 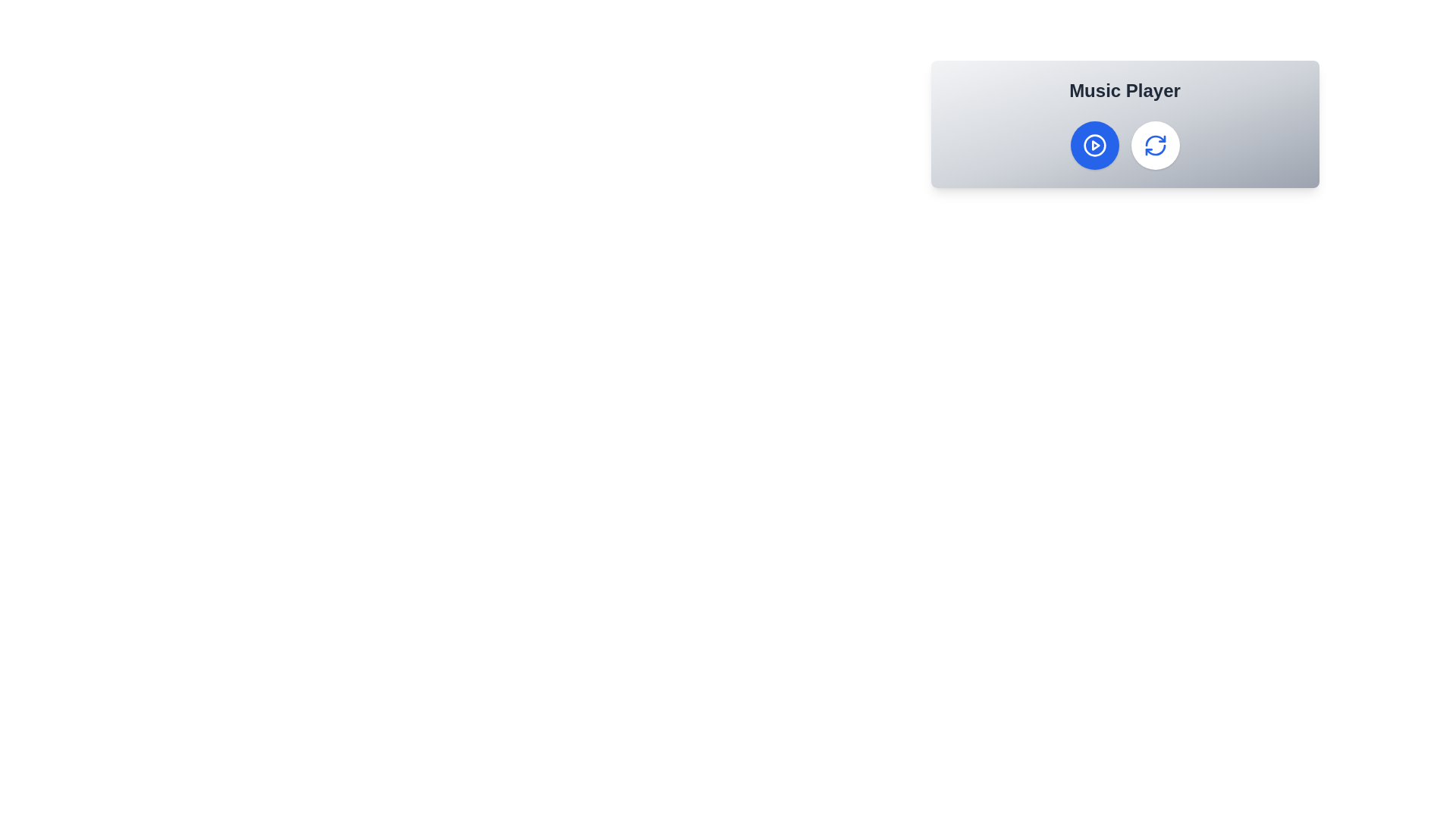 What do you see at coordinates (1094, 146) in the screenshot?
I see `the first blue circular button with a white play icon to receive visual feedback` at bounding box center [1094, 146].